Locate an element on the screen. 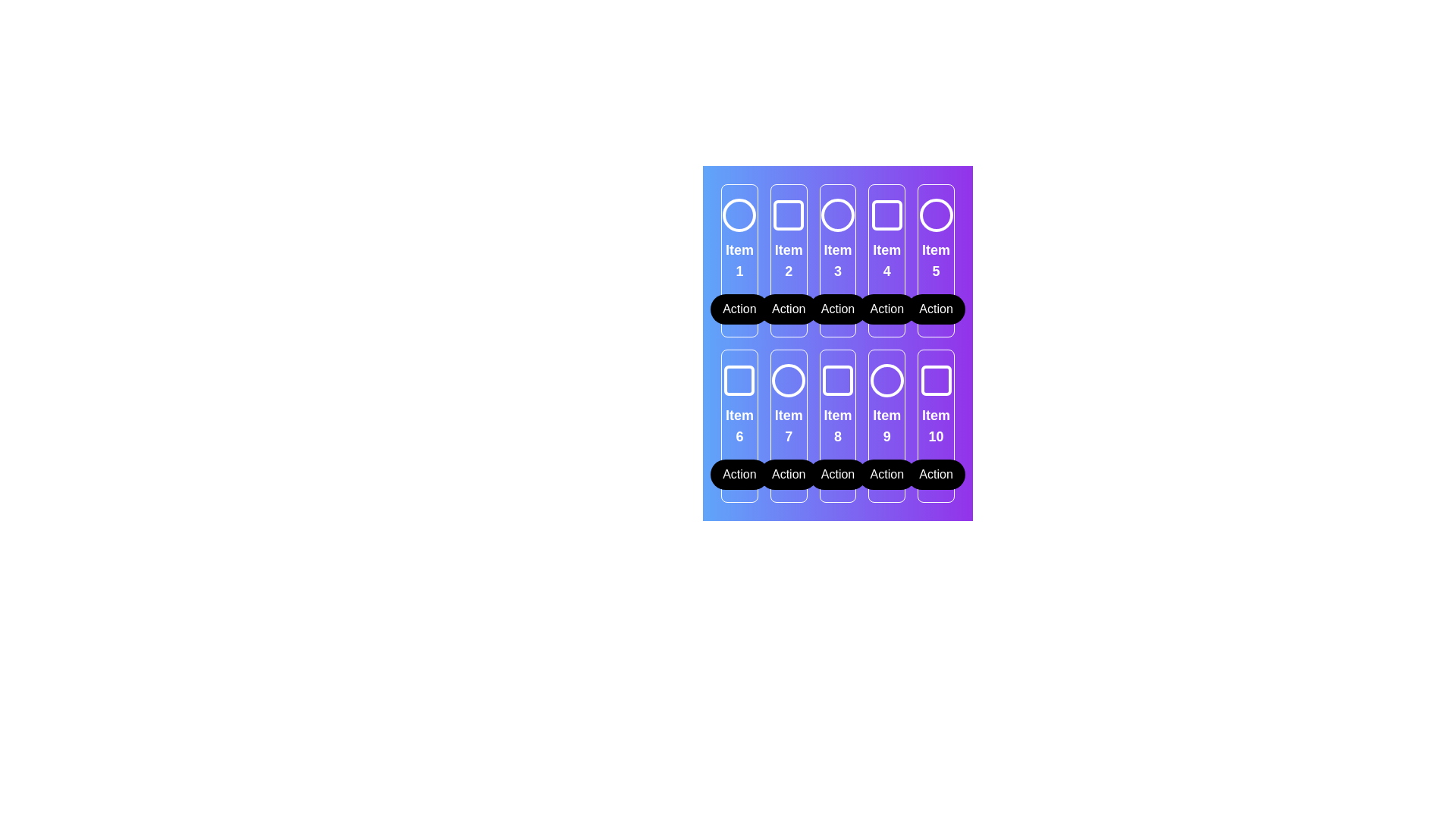  the text label that identifies item number 5 in the fifth column of the grid, situated between a circular icon above and an 'Action' button below is located at coordinates (935, 259).